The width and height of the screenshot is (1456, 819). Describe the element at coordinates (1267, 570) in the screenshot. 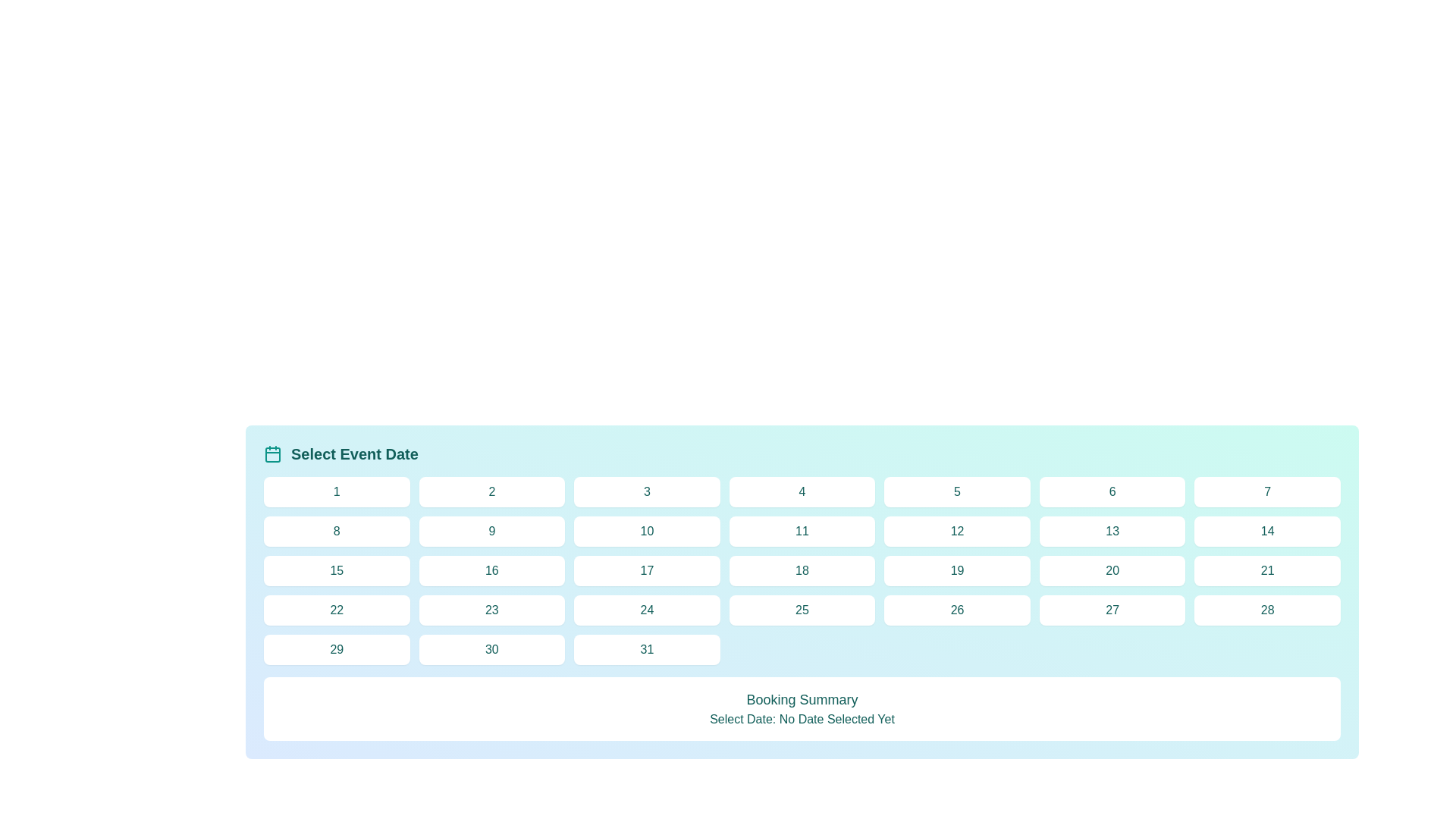

I see `the selection button for choosing the date '21' in the calendar interface, located in the fifth row and sixth column of the grid layout` at that location.